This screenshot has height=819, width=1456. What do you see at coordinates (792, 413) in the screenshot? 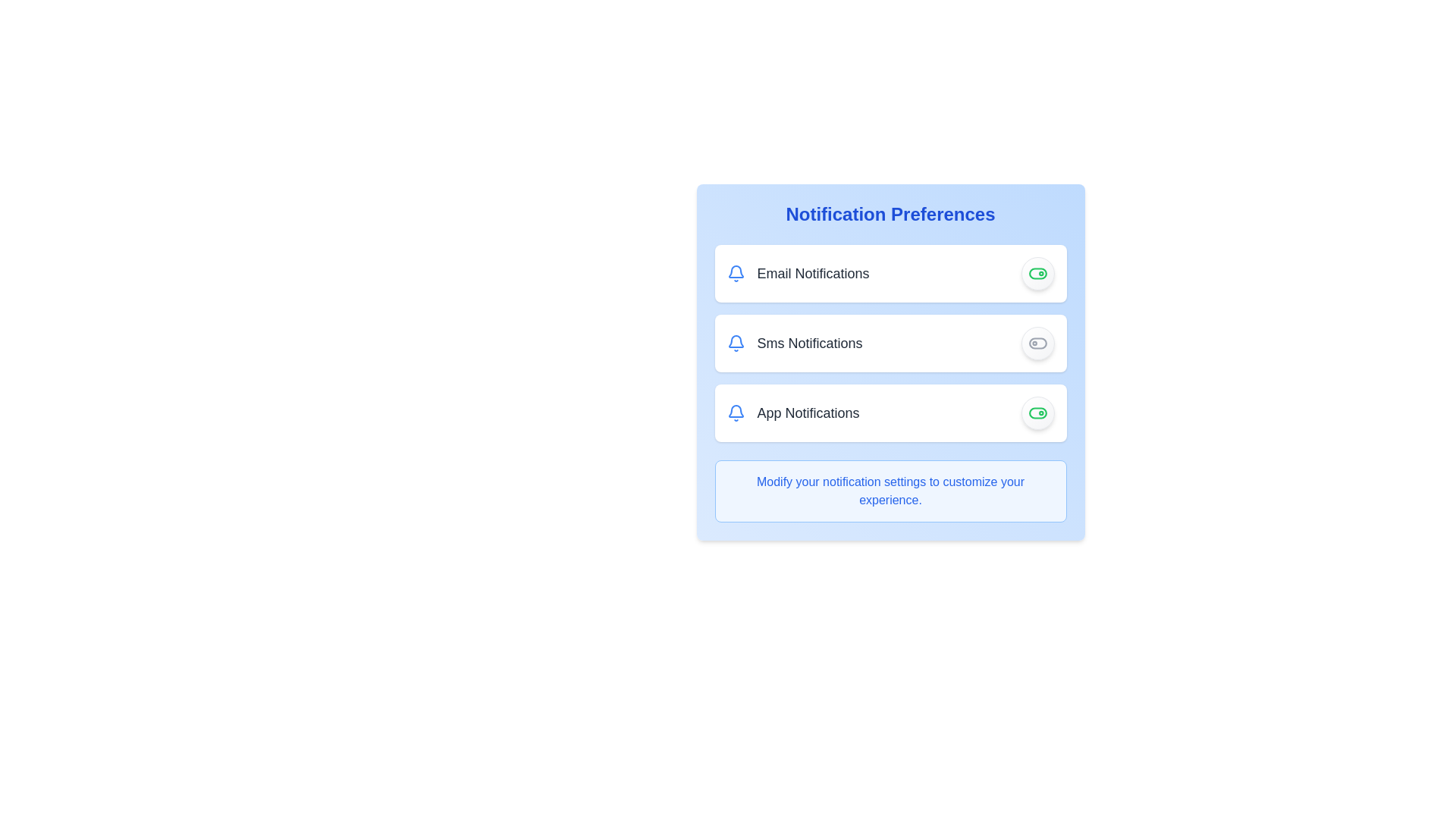
I see `the information presented in the Label indicating the option to manage or toggle notifications for application events, located in the 'Notification Preferences' section as the third item vertically` at bounding box center [792, 413].